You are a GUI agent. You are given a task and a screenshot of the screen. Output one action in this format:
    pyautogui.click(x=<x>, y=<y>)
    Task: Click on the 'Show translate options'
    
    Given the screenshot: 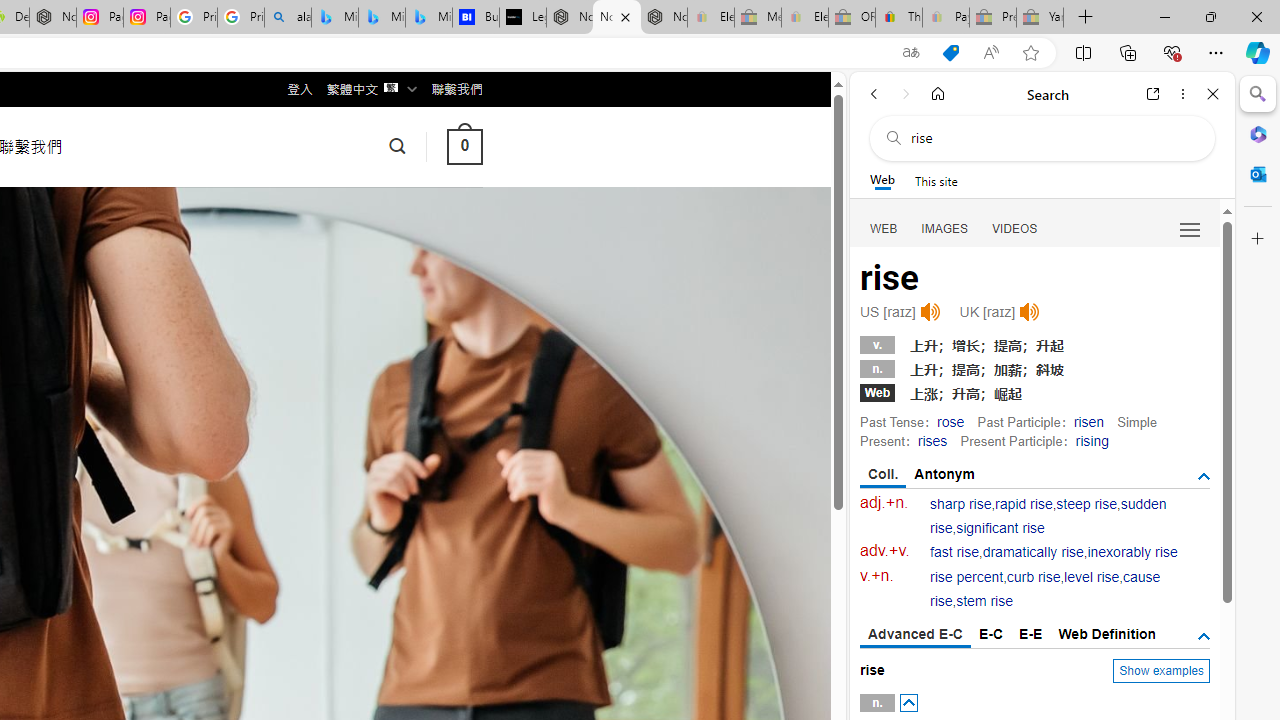 What is the action you would take?
    pyautogui.click(x=909, y=52)
    